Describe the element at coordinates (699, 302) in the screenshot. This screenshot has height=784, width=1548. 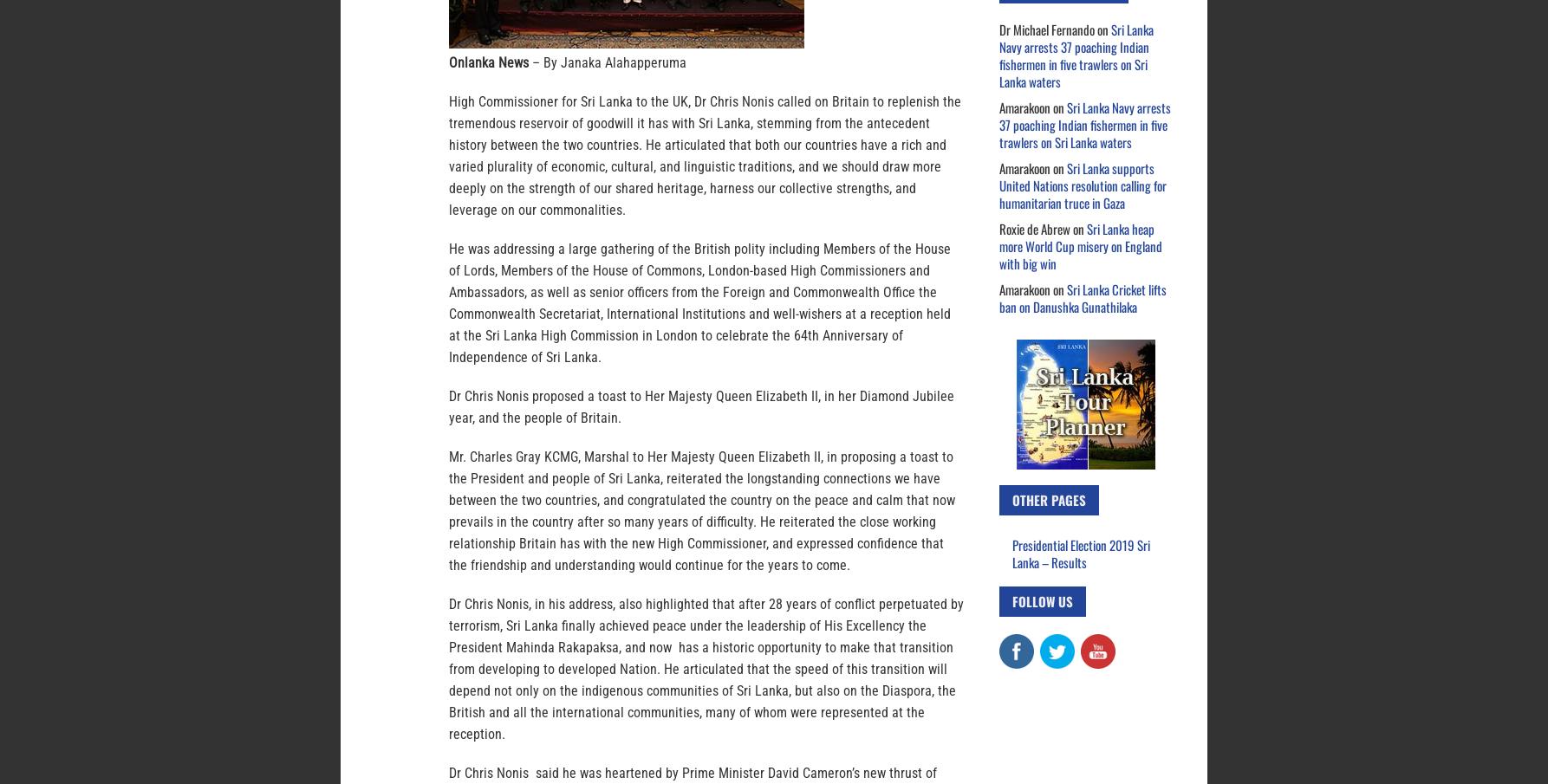
I see `'He was addressing a large gathering of the British polity including Members of the House of Lords, Members of the House of Commons, London-based High Commissioners and Ambassadors, as well as senior officers from the Foreign and Commonwealth Office the Commonwealth Secretariat, International Institutions and well-wishers at a reception held at the Sri Lanka High Commission in London to celebrate the 64th Anniversary of Independence of Sri Lanka.'` at that location.